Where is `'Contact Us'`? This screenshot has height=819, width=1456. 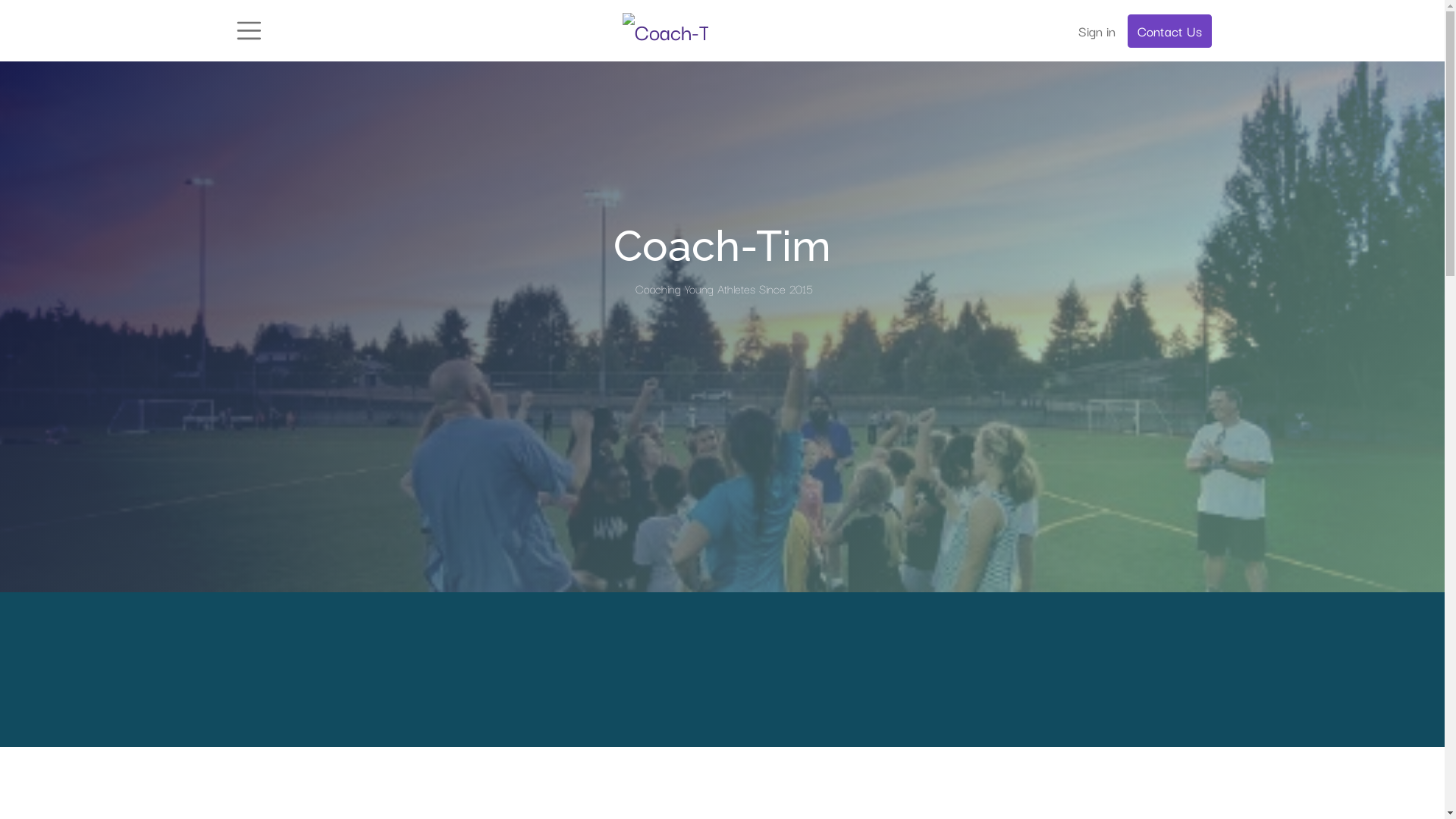 'Contact Us' is located at coordinates (1168, 31).